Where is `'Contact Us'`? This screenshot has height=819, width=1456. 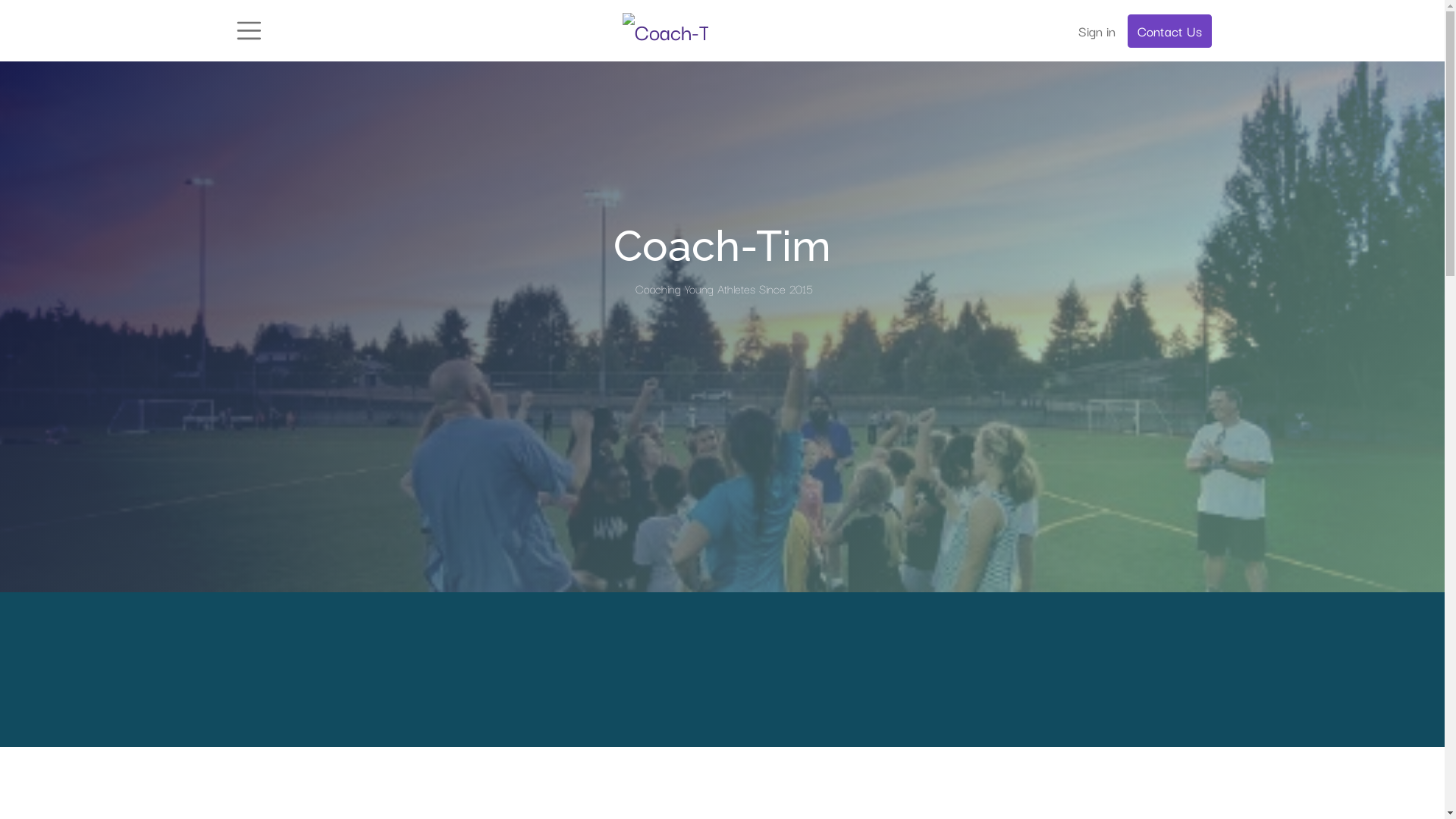 'Contact Us' is located at coordinates (1168, 31).